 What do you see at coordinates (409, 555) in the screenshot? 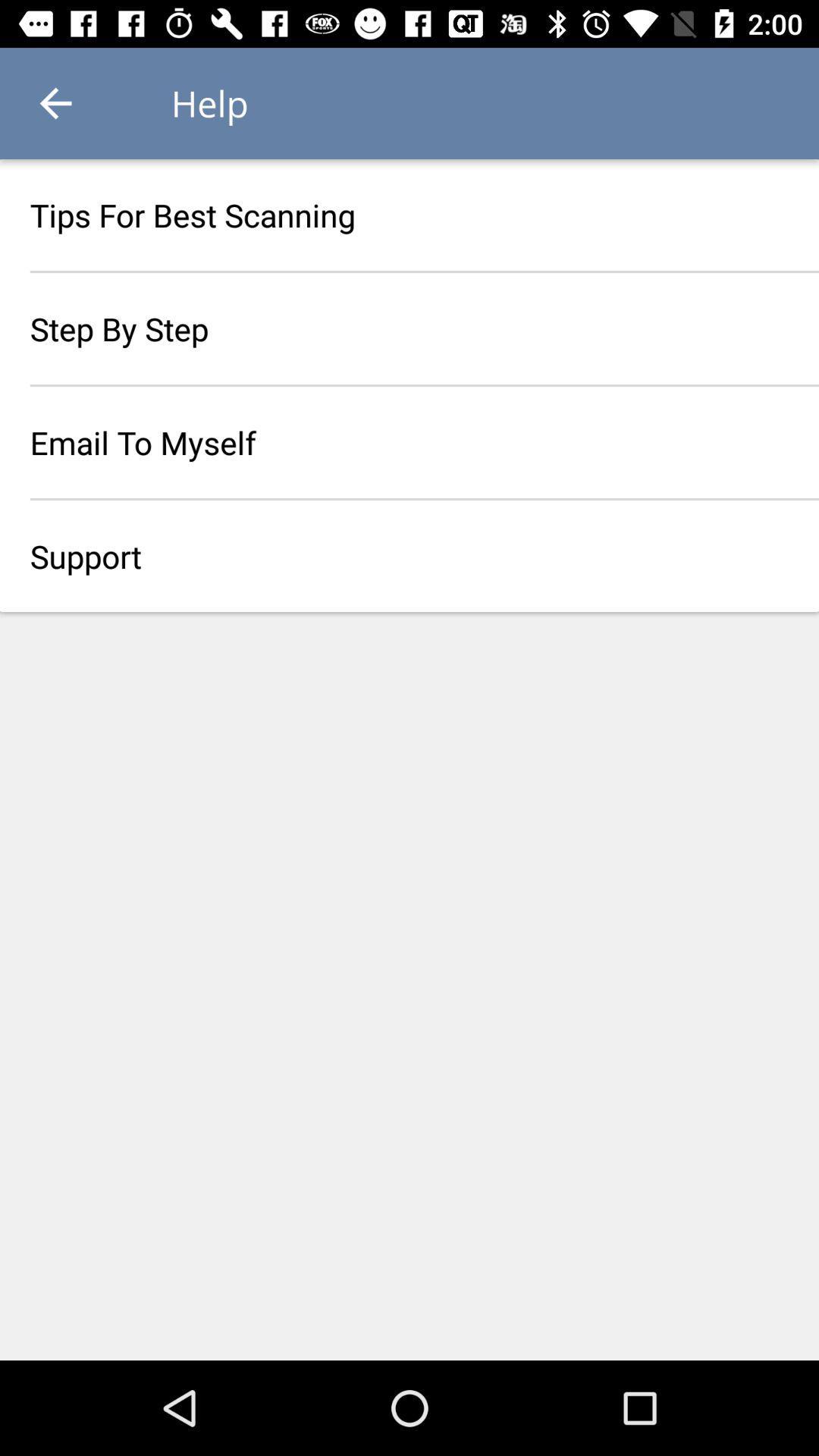
I see `the icon below the email to myself item` at bounding box center [409, 555].